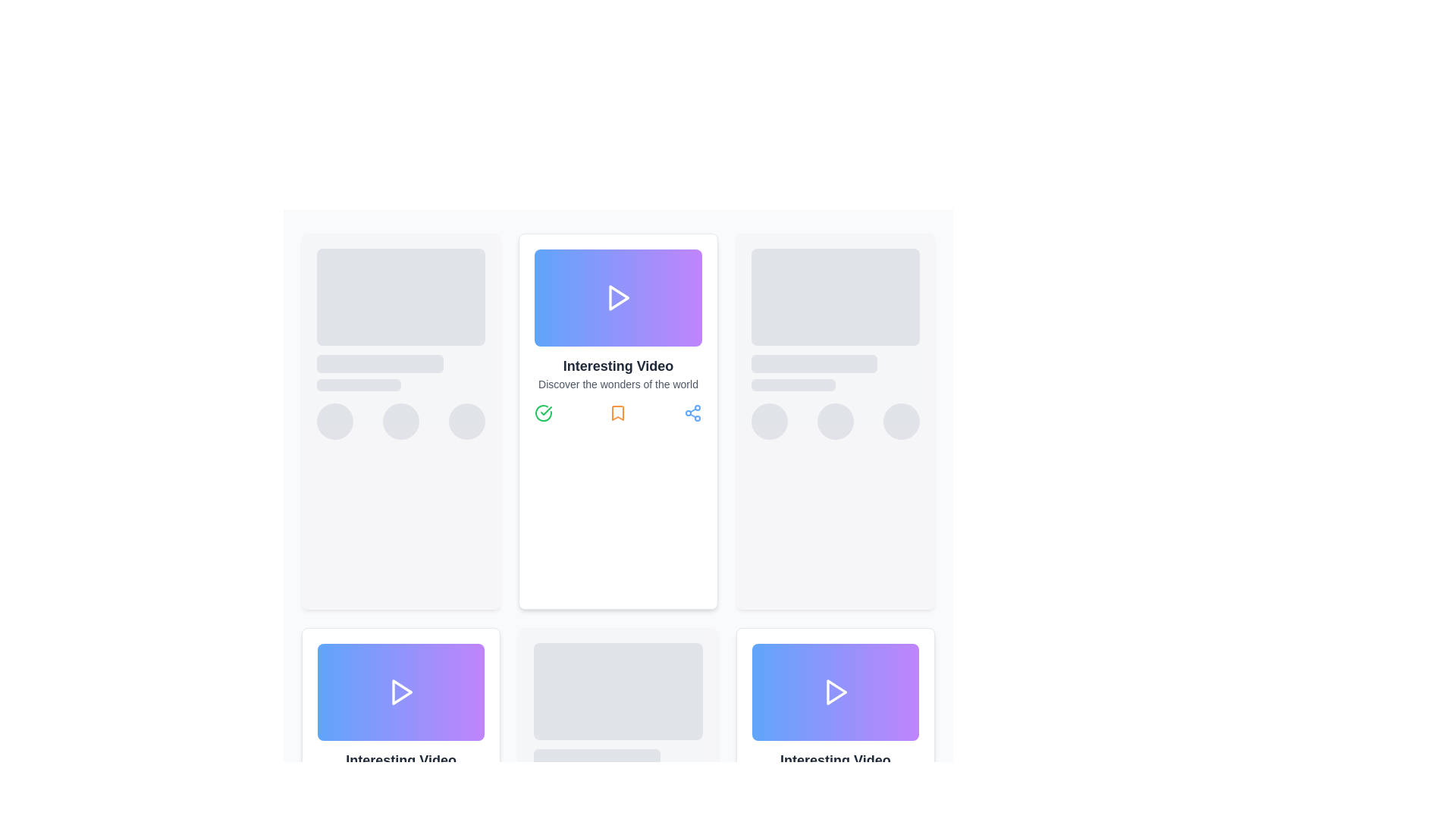 This screenshot has width=1456, height=819. I want to click on the heading text label, so click(400, 760).